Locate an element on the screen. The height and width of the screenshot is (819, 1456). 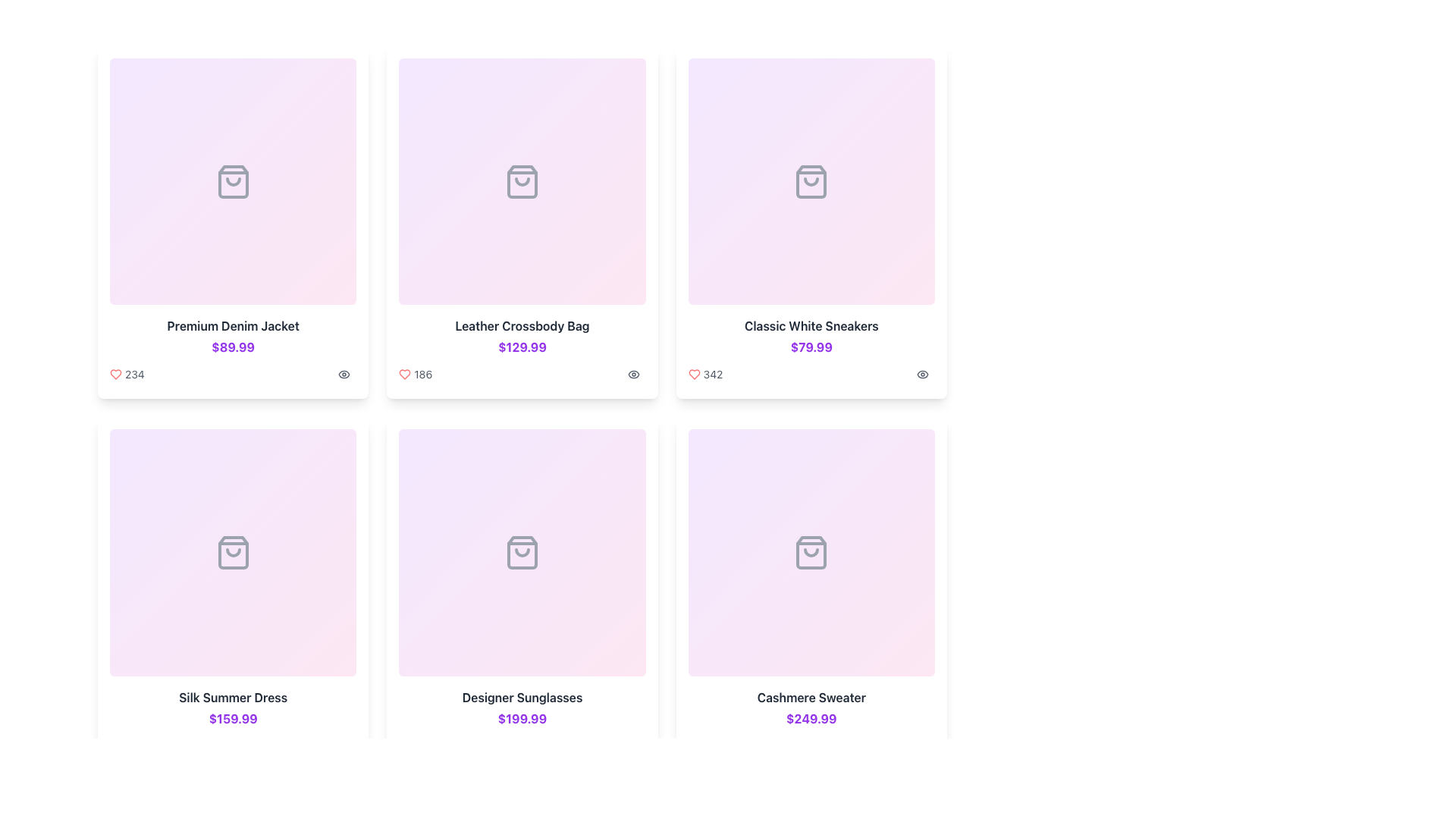
the text label reading 'Premium Denim Jacket' which is styled in bold and dark gray, located within the first product card, below the image and above the price label is located at coordinates (232, 325).